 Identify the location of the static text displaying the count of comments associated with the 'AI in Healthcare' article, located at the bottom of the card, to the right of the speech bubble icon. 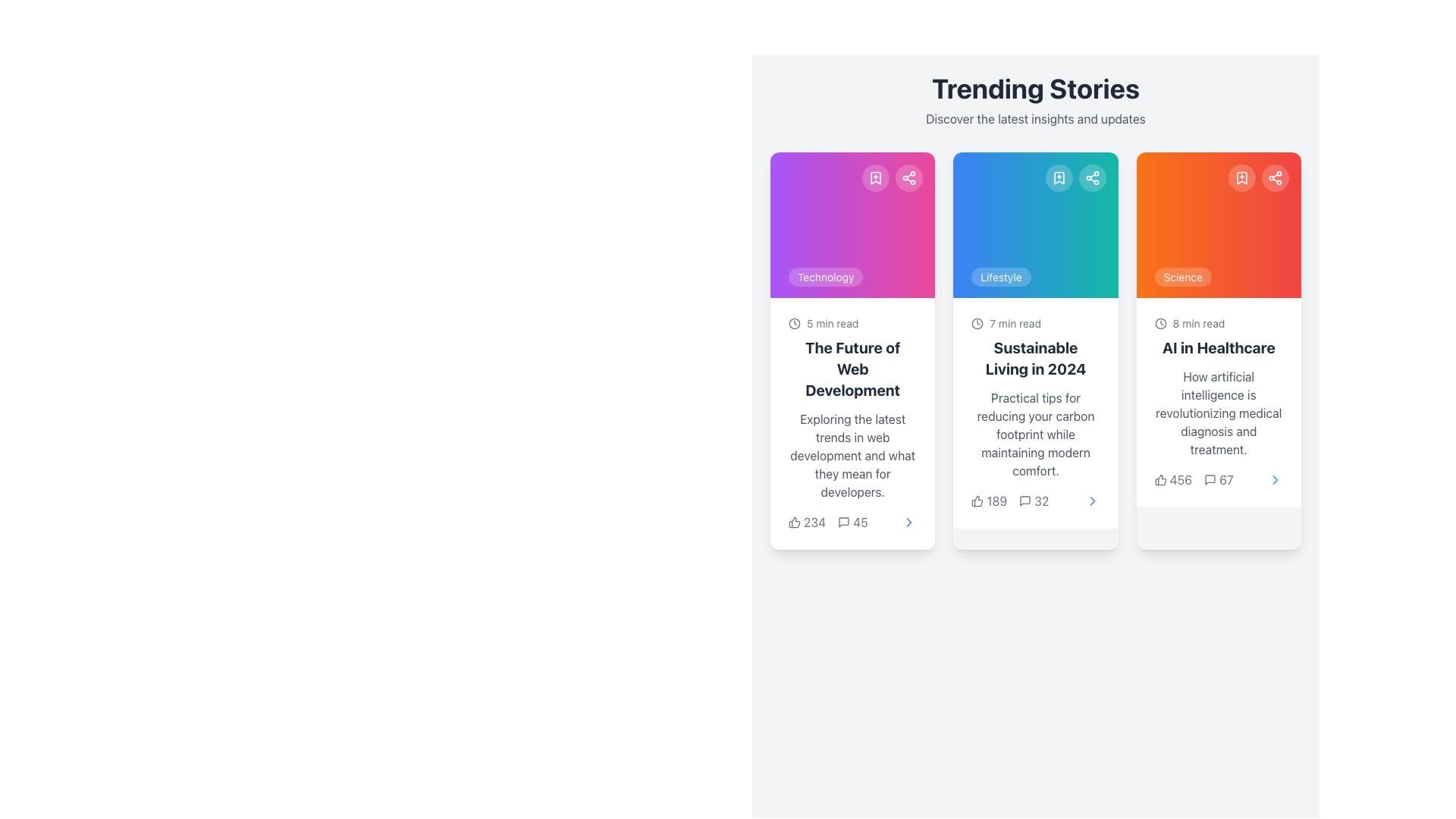
(1226, 479).